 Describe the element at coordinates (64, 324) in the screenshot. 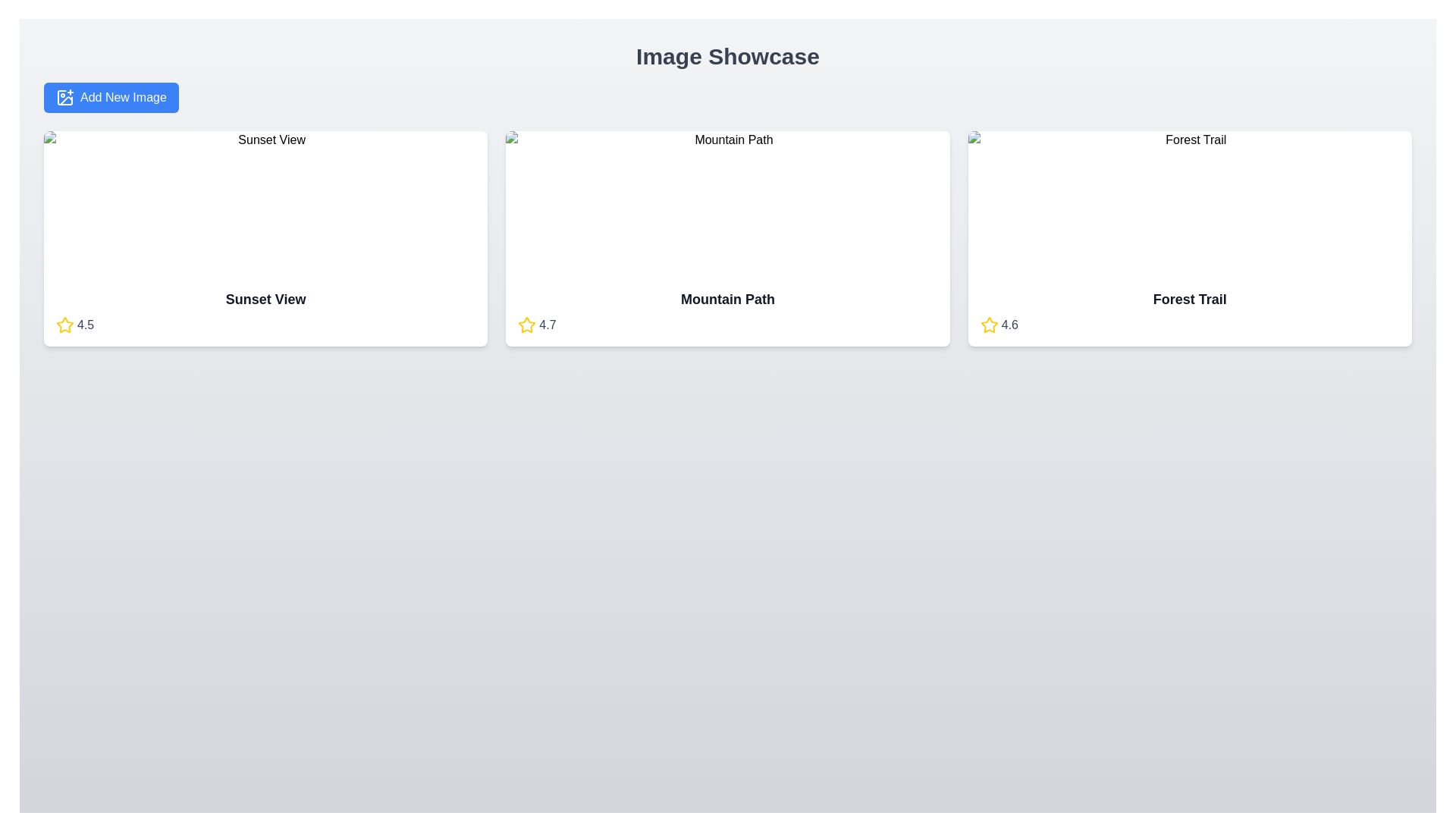

I see `the star icon with a yellow fill and an outlined circle around it, located in the bottom-left corner of the 'Sunset View' card, next to the numeric rating of 4.5` at that location.